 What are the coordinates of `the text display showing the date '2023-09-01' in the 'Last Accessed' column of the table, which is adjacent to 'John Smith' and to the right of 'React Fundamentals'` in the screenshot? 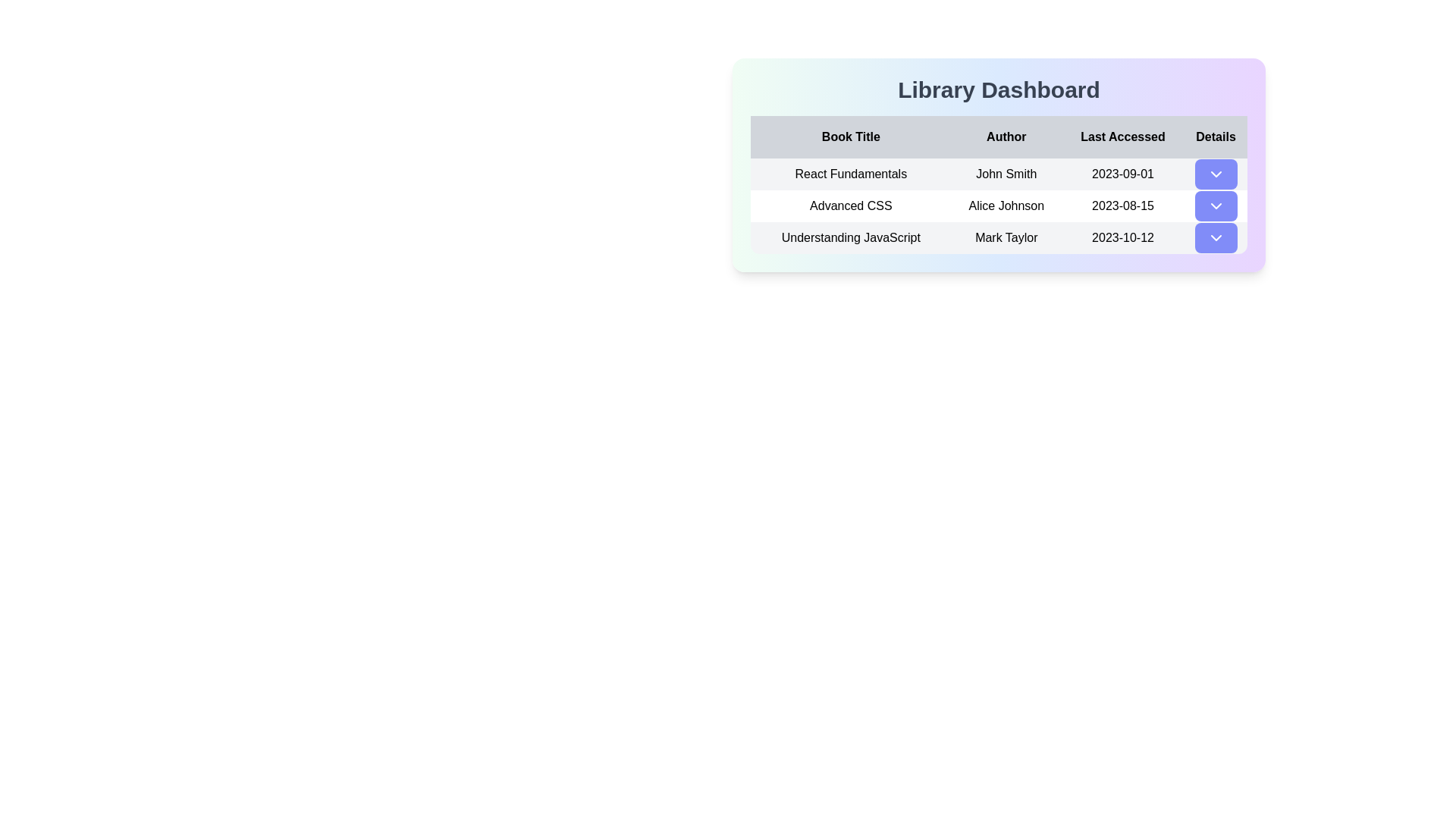 It's located at (1123, 174).